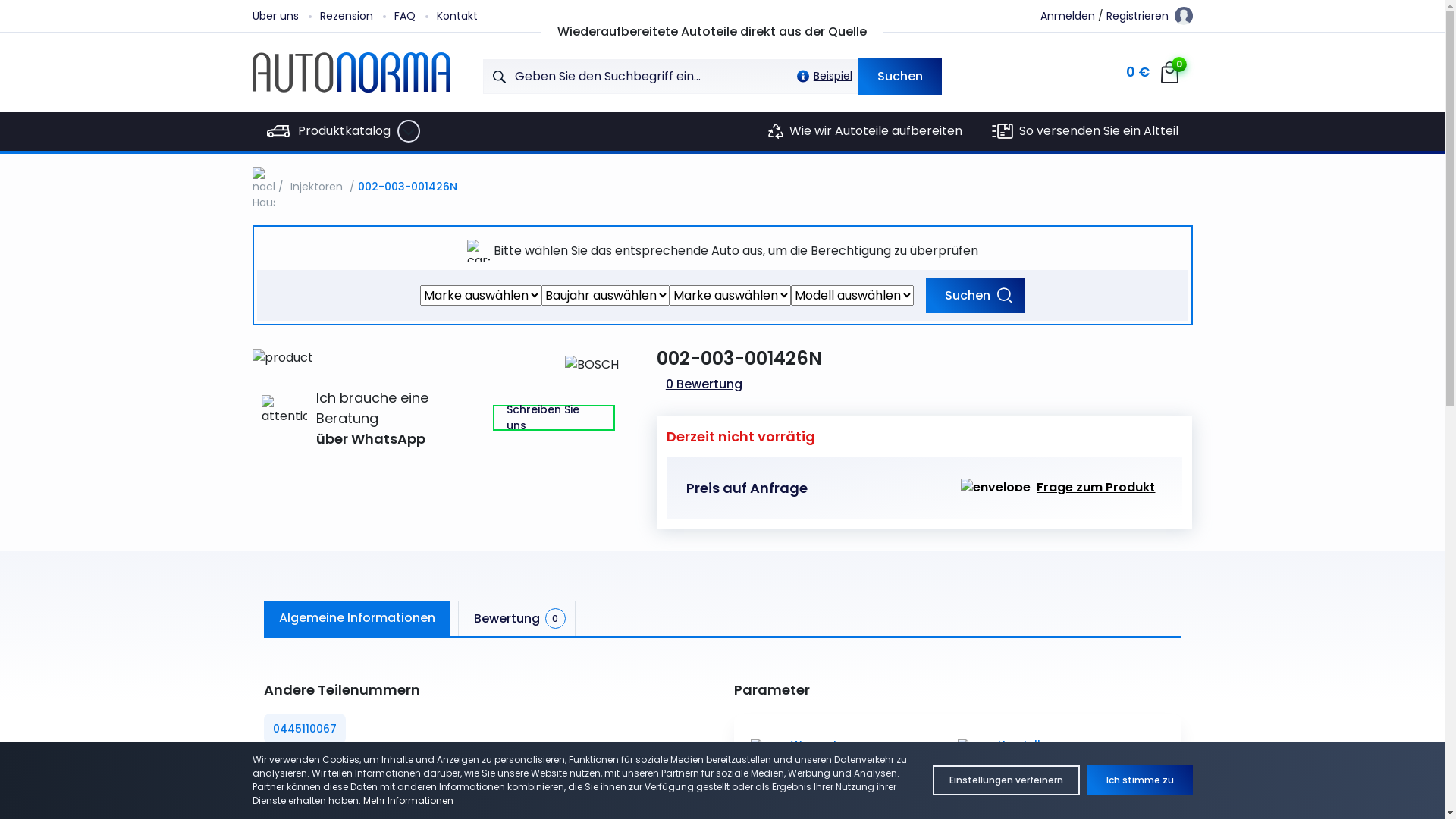 The height and width of the screenshot is (819, 1456). I want to click on 'Produktkatalog', so click(251, 130).